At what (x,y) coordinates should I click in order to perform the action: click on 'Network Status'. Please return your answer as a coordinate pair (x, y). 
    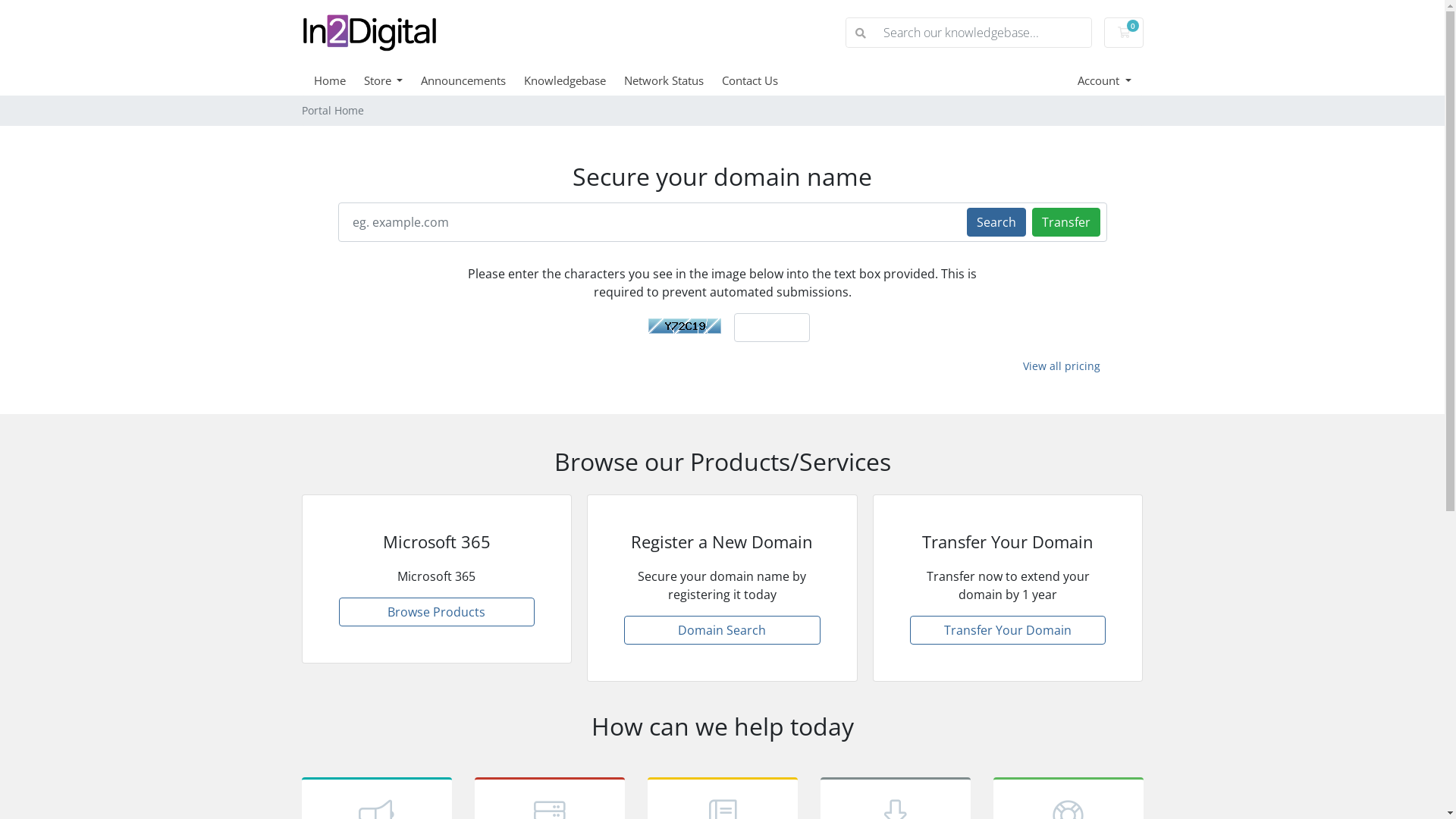
    Looking at the image, I should click on (672, 80).